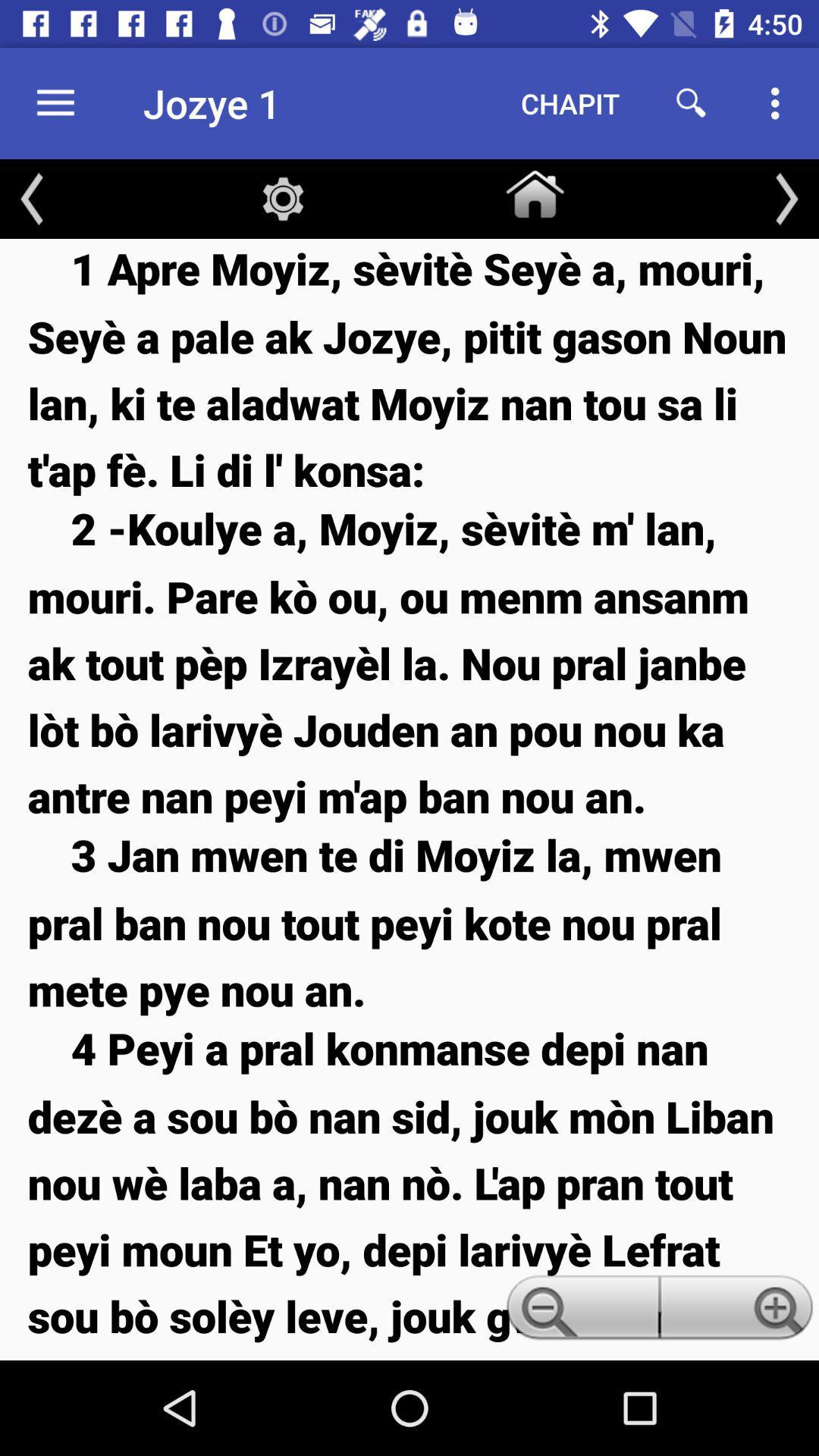 This screenshot has height=1456, width=819. Describe the element at coordinates (534, 190) in the screenshot. I see `item below the chapit item` at that location.